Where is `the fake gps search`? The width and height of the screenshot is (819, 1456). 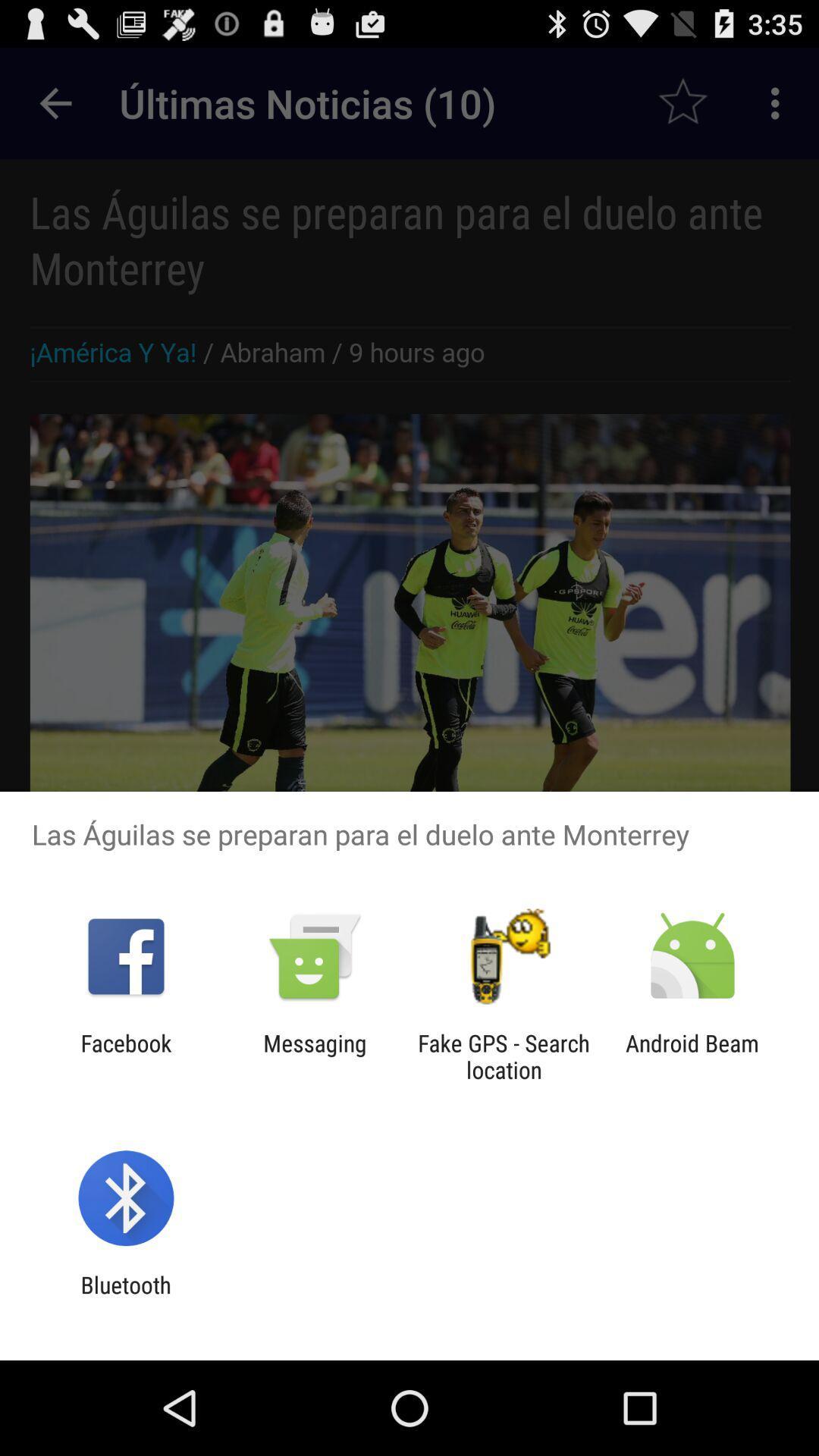
the fake gps search is located at coordinates (504, 1056).